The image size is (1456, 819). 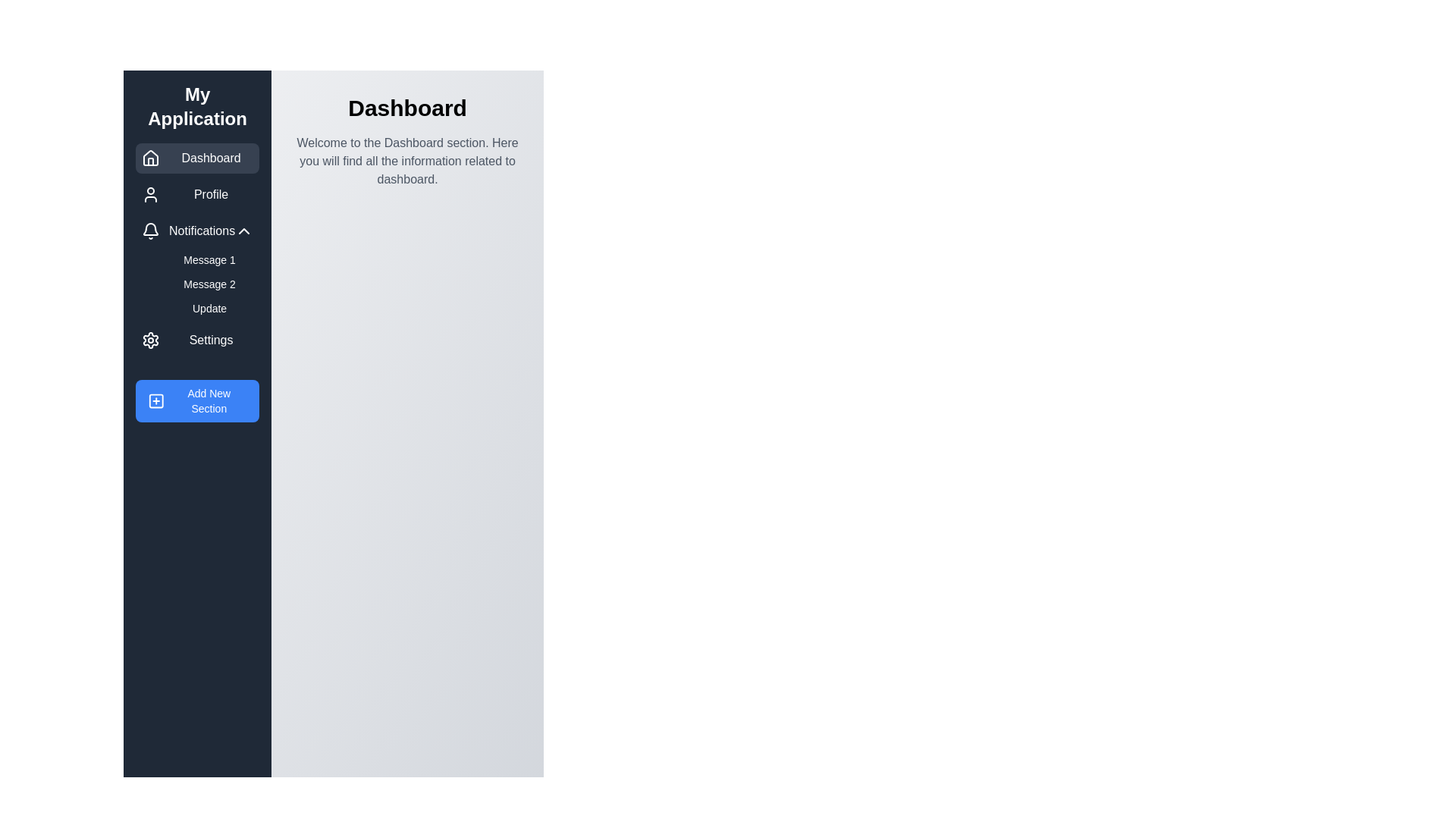 I want to click on the settings icon, which resembles a gear with a thin outline, located in the left navigation menu adjacent to the 'Settings' text, so click(x=150, y=339).